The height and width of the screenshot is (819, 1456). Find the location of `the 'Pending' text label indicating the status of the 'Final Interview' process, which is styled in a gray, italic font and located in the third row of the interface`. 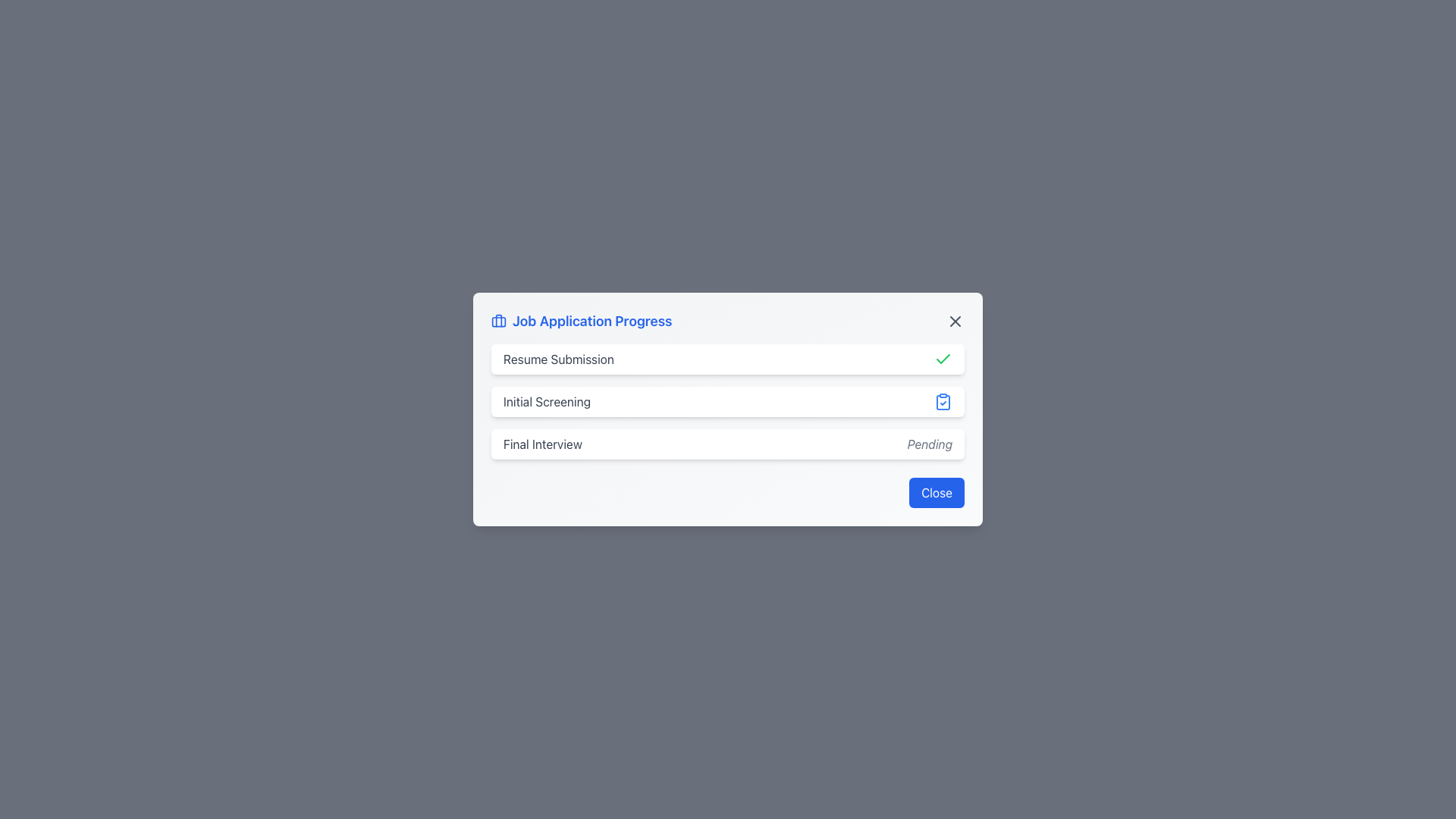

the 'Pending' text label indicating the status of the 'Final Interview' process, which is styled in a gray, italic font and located in the third row of the interface is located at coordinates (929, 444).